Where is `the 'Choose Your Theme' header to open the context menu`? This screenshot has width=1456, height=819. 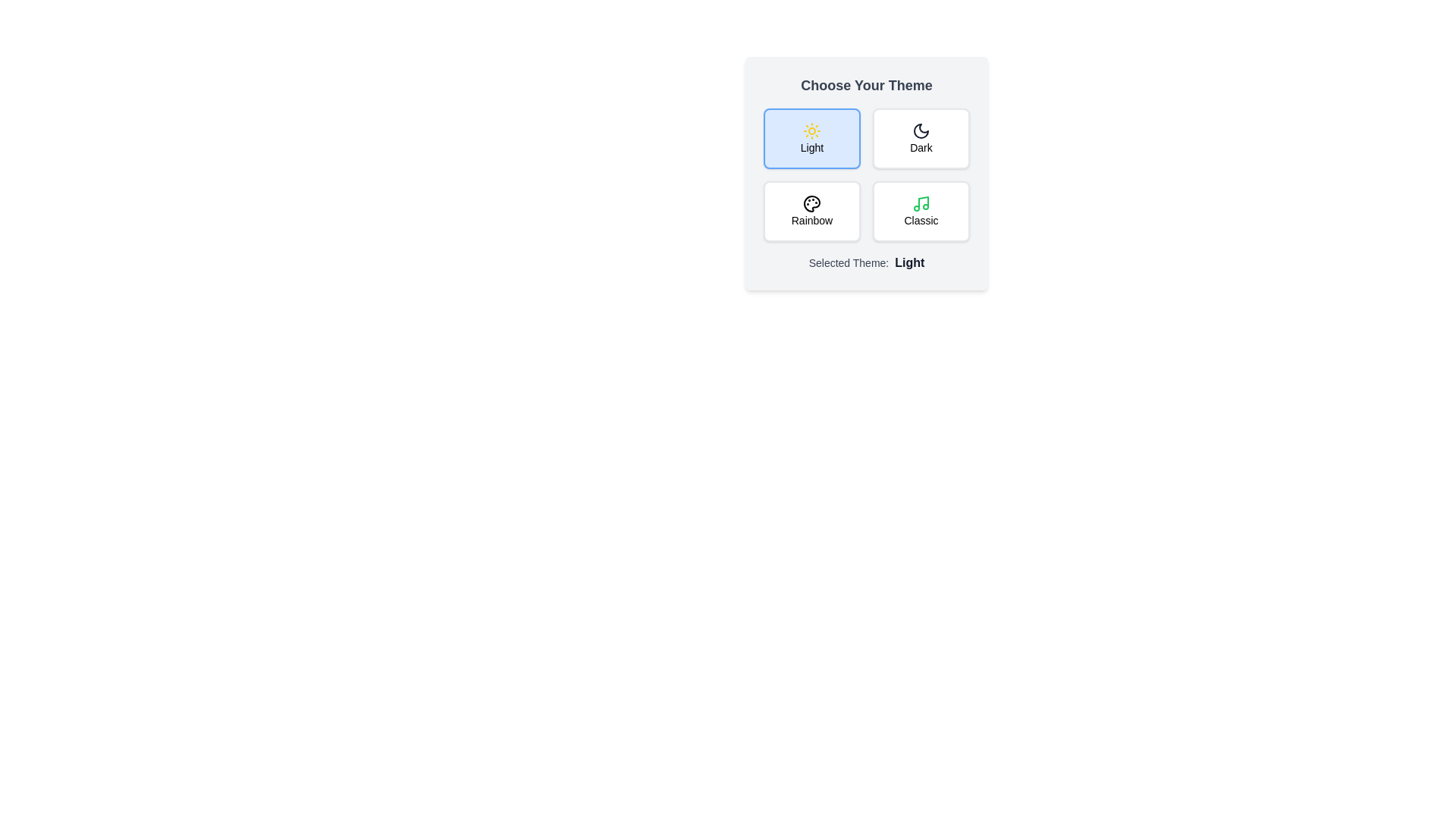 the 'Choose Your Theme' header to open the context menu is located at coordinates (866, 85).